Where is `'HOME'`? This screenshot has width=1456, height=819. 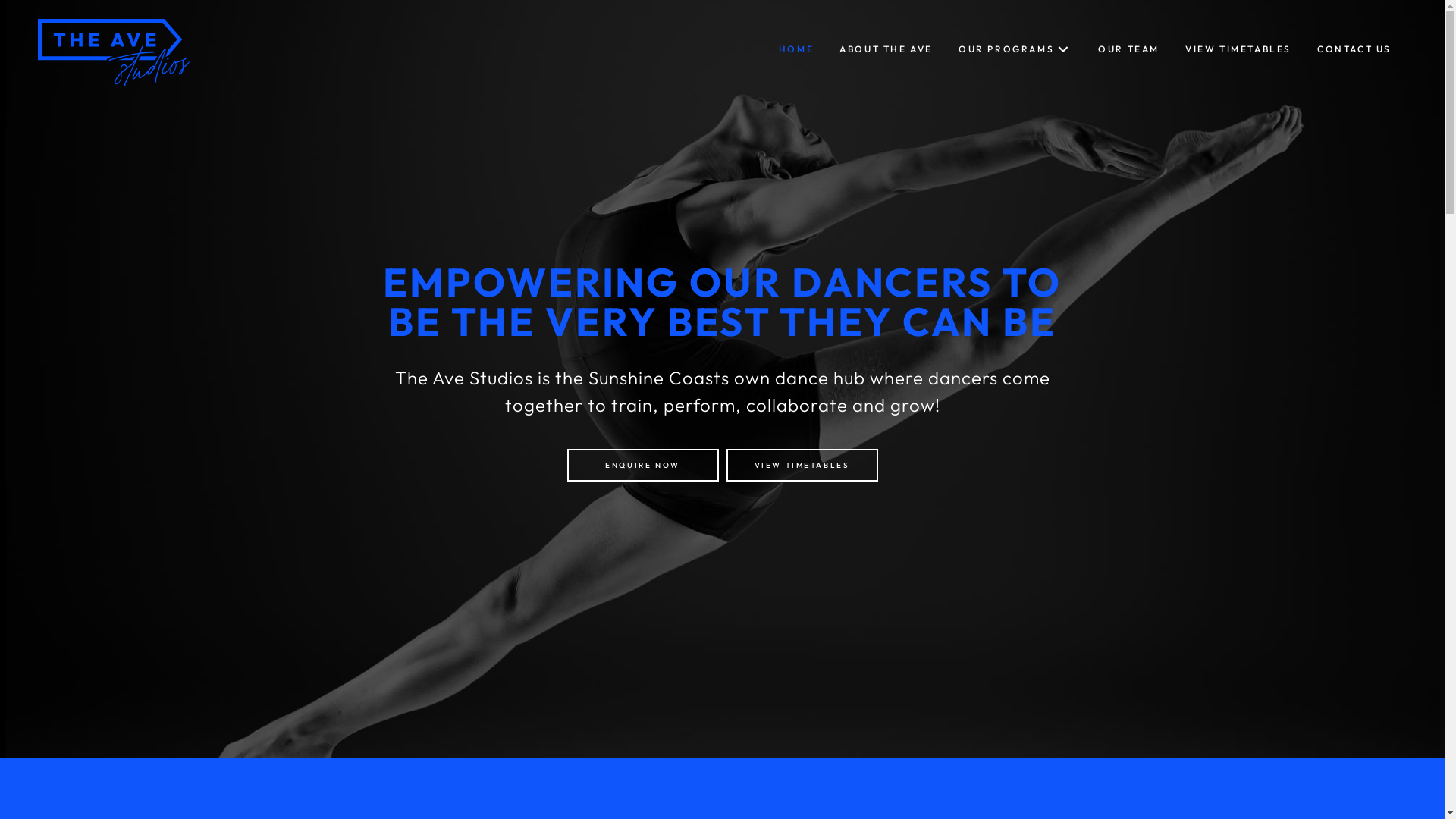
'HOME' is located at coordinates (771, 49).